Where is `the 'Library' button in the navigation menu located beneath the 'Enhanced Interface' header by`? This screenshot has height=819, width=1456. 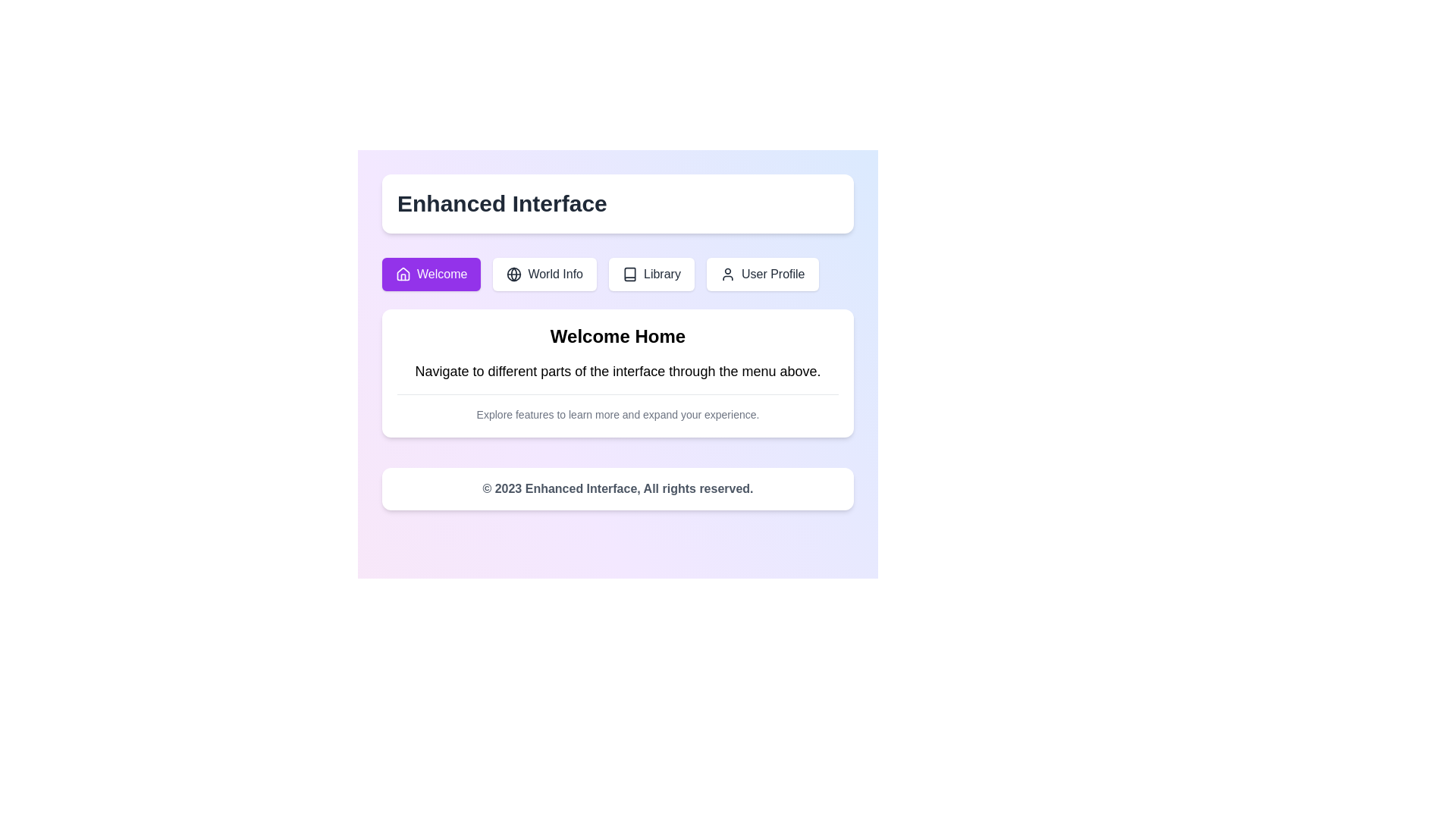
the 'Library' button in the navigation menu located beneath the 'Enhanced Interface' header by is located at coordinates (618, 274).